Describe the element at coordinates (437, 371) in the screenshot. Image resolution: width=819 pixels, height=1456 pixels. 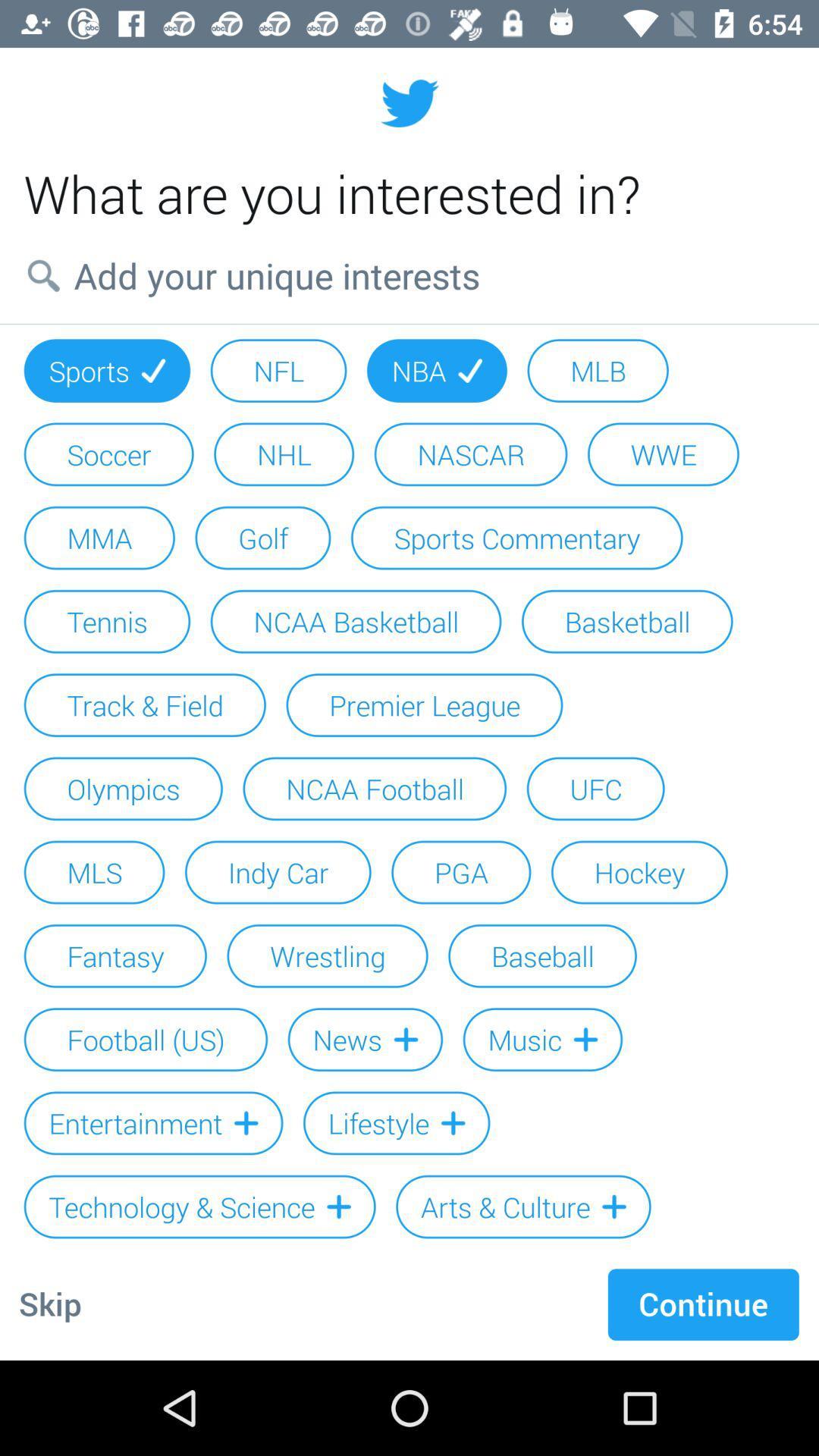
I see `item above the nascar` at that location.